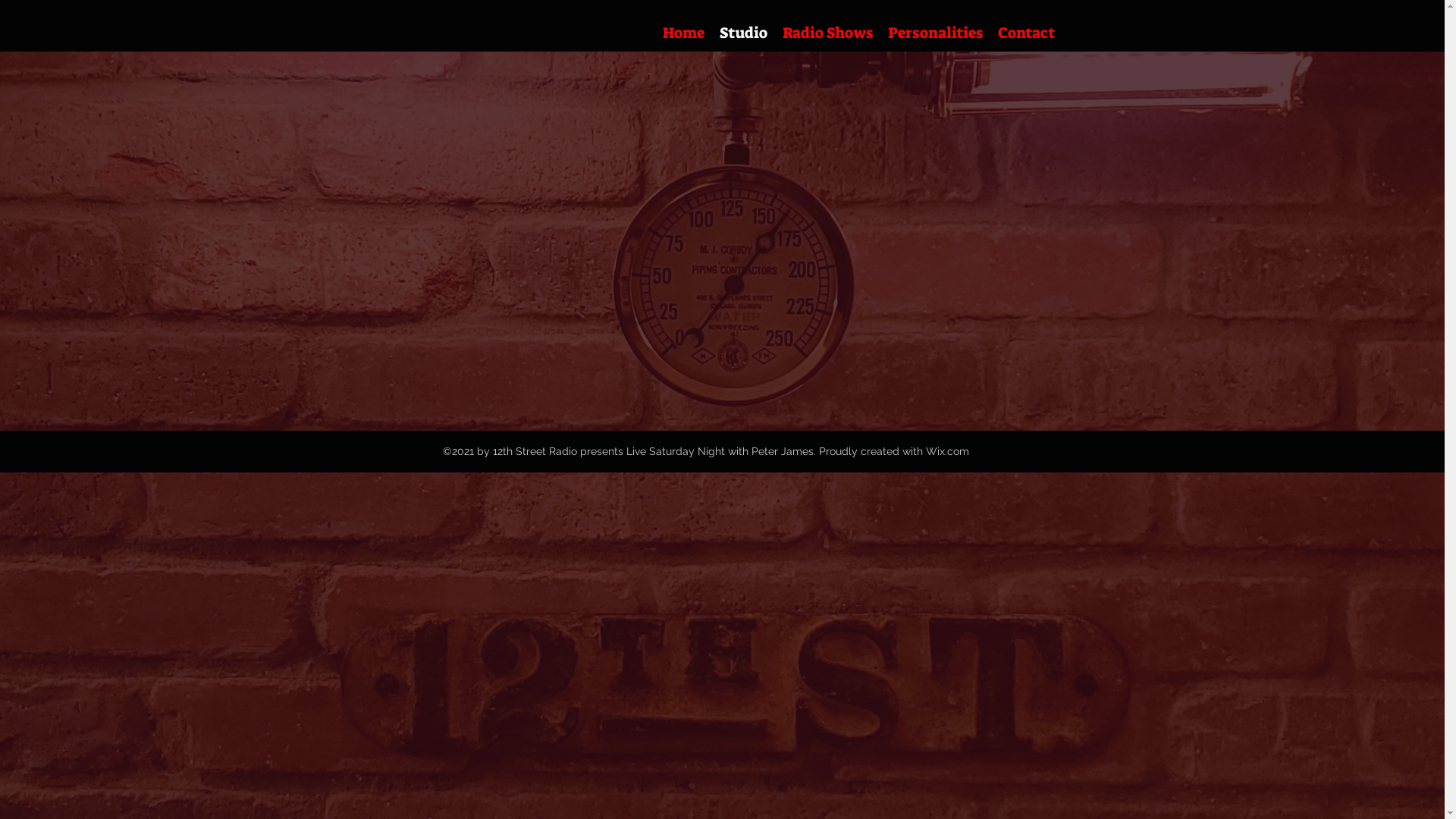  I want to click on 'Personalities', so click(880, 32).